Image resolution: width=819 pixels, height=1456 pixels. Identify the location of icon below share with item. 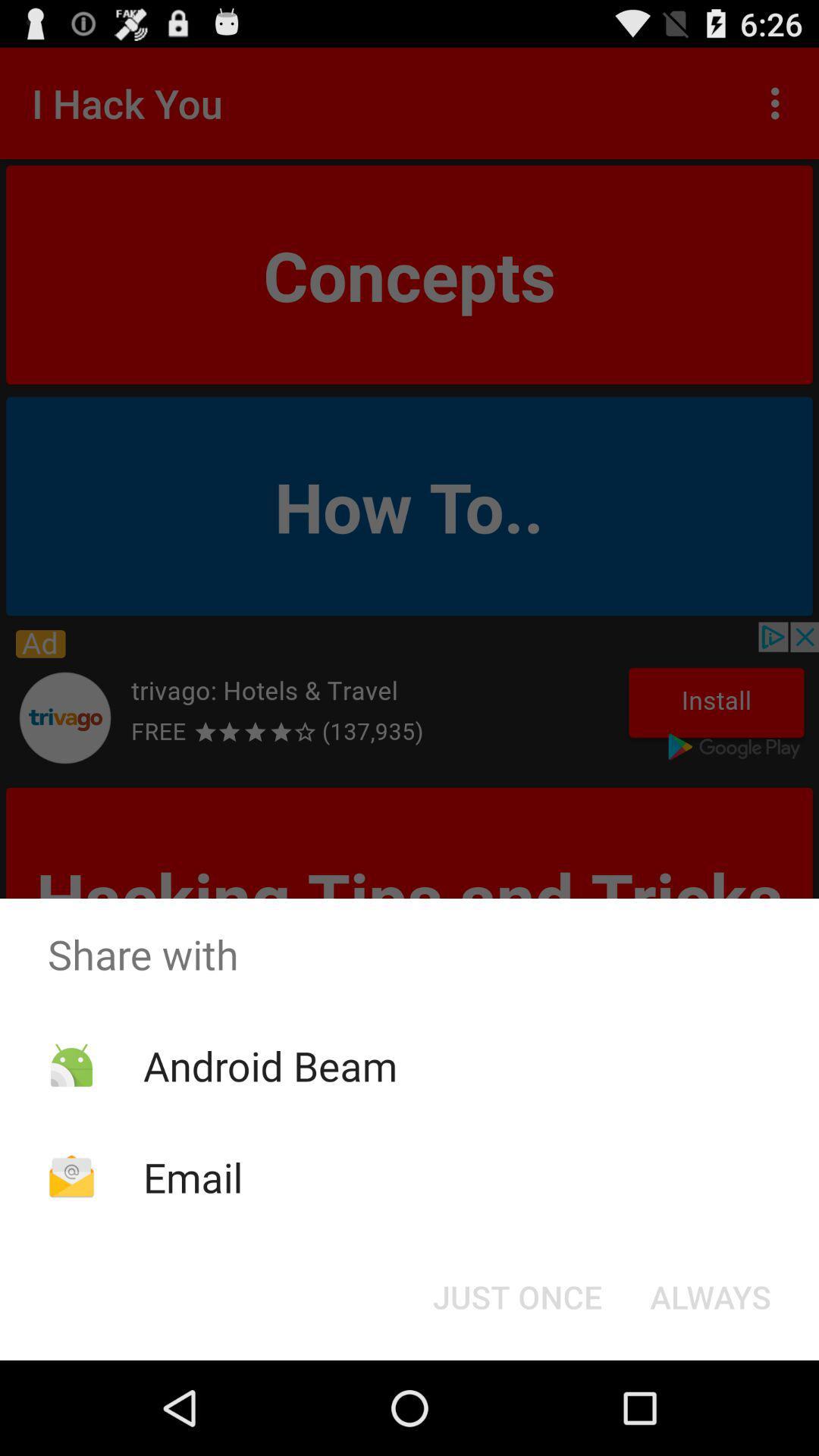
(516, 1295).